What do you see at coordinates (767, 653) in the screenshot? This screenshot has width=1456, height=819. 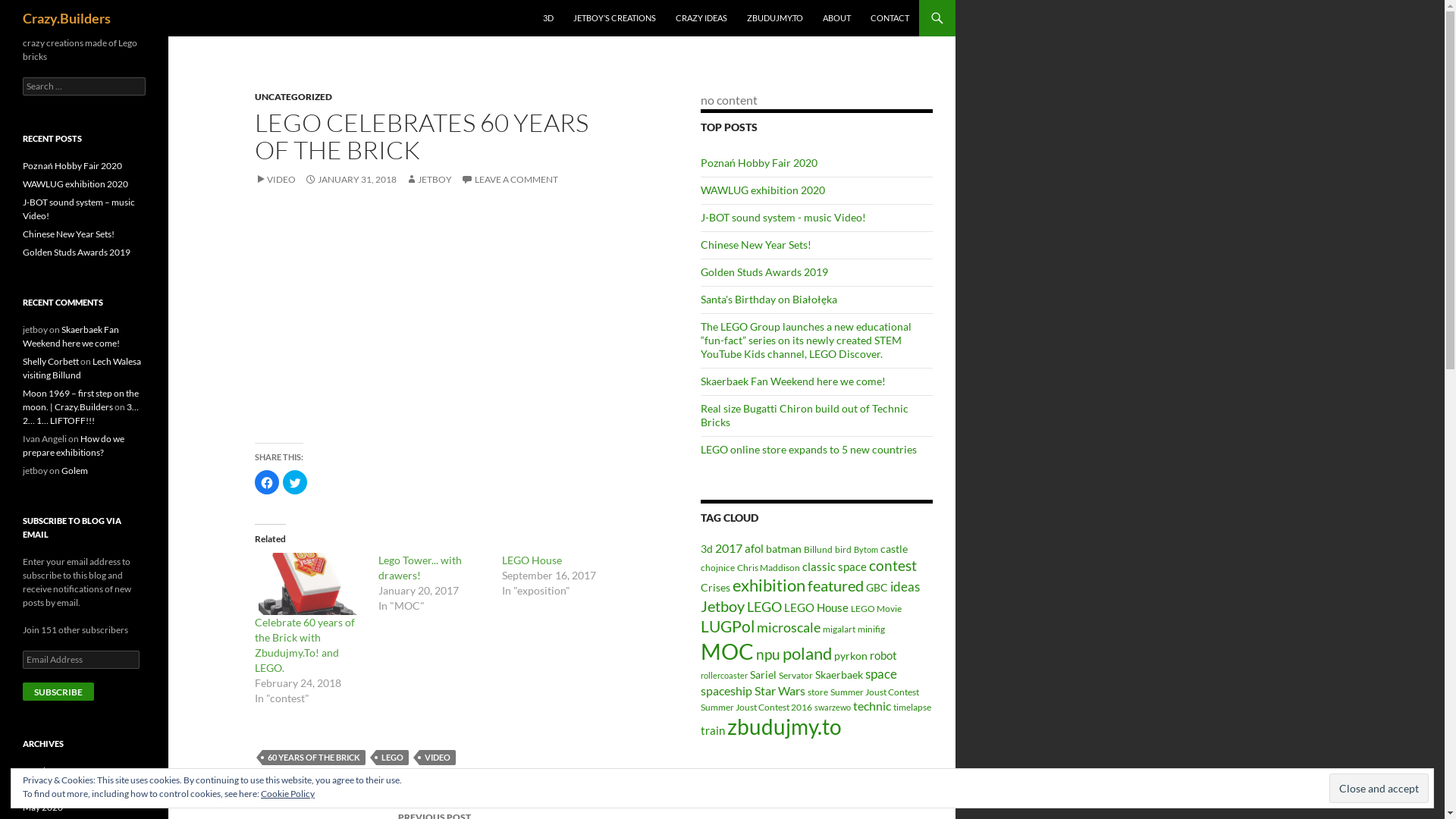 I see `'npu'` at bounding box center [767, 653].